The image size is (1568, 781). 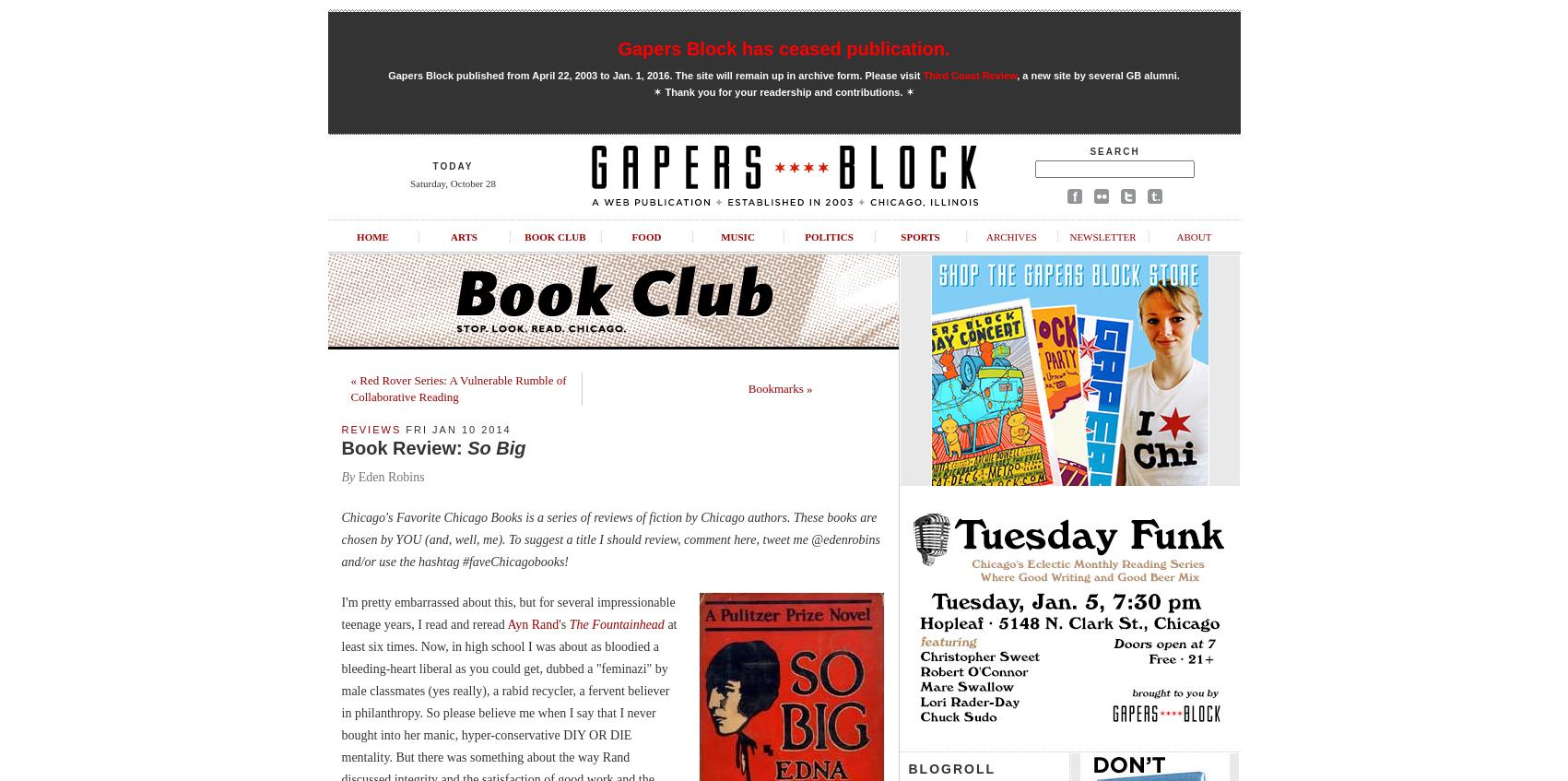 What do you see at coordinates (1009, 235) in the screenshot?
I see `'Archives'` at bounding box center [1009, 235].